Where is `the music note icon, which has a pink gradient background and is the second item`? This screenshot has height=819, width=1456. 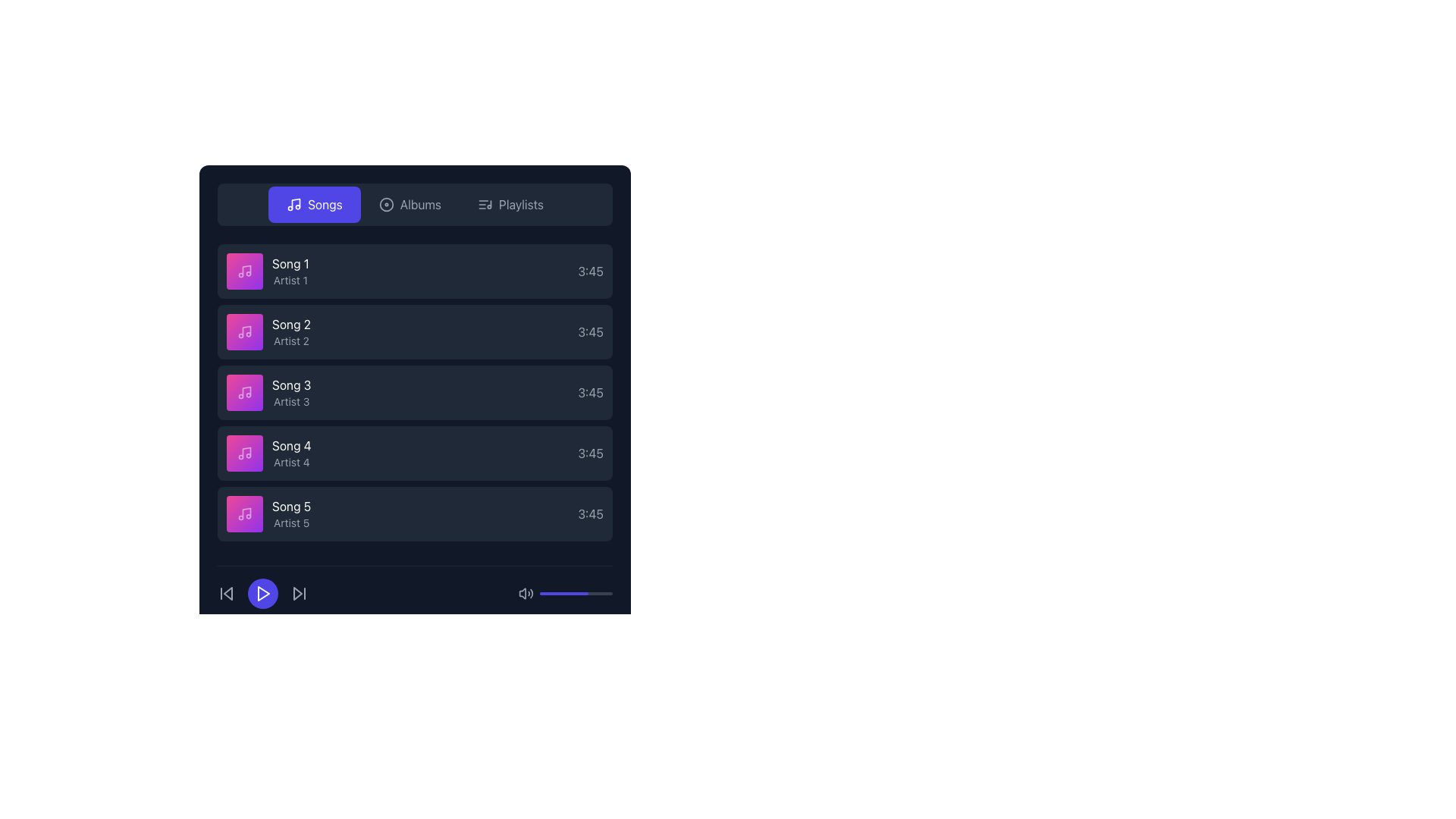
the music note icon, which has a pink gradient background and is the second item is located at coordinates (244, 331).